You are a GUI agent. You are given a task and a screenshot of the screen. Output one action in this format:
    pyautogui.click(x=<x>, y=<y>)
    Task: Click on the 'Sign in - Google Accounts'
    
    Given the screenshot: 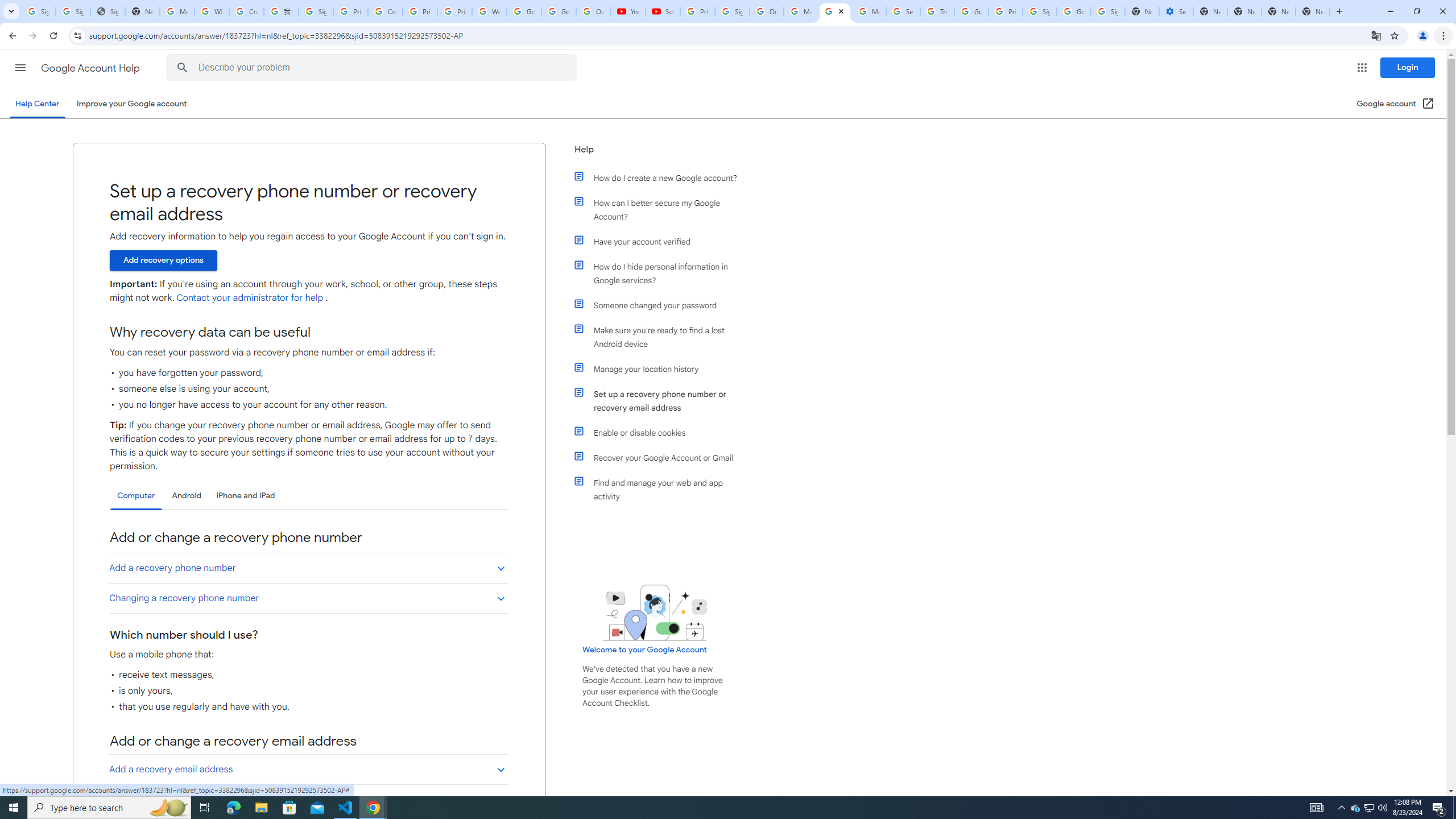 What is the action you would take?
    pyautogui.click(x=38, y=11)
    